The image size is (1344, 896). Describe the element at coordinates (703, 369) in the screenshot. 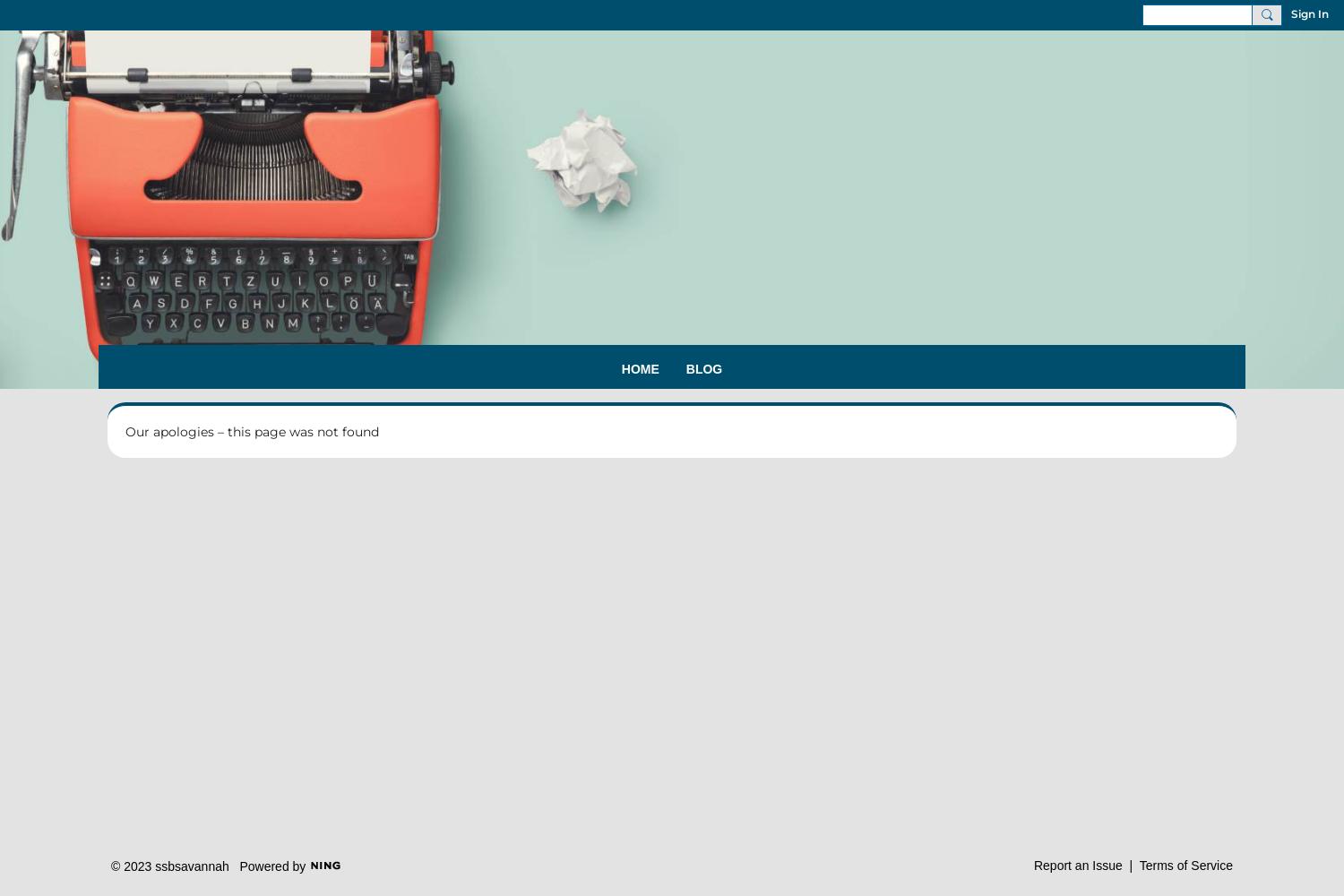

I see `'Blog'` at that location.